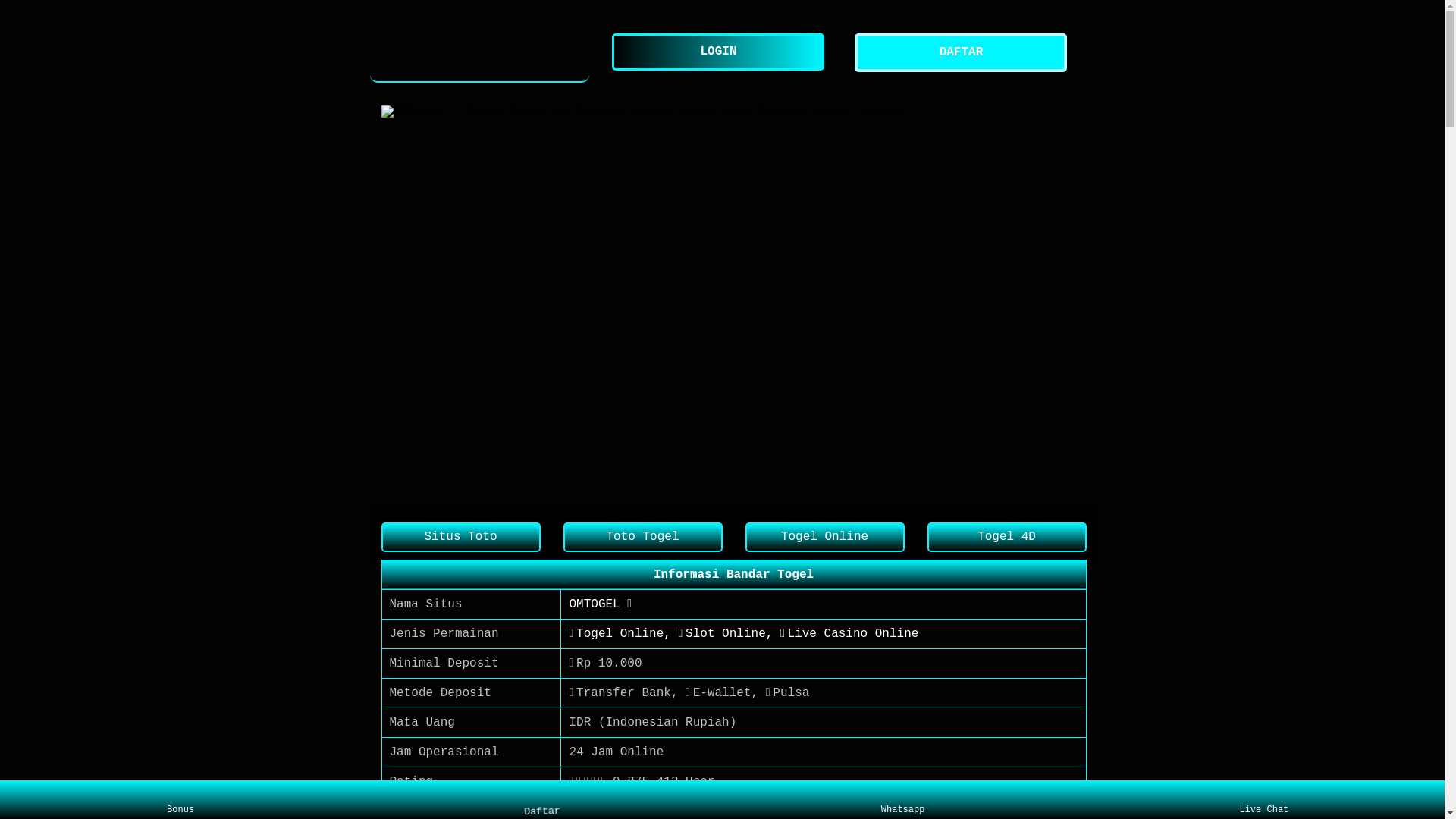 This screenshot has width=1456, height=819. What do you see at coordinates (823, 536) in the screenshot?
I see `'Togel Online'` at bounding box center [823, 536].